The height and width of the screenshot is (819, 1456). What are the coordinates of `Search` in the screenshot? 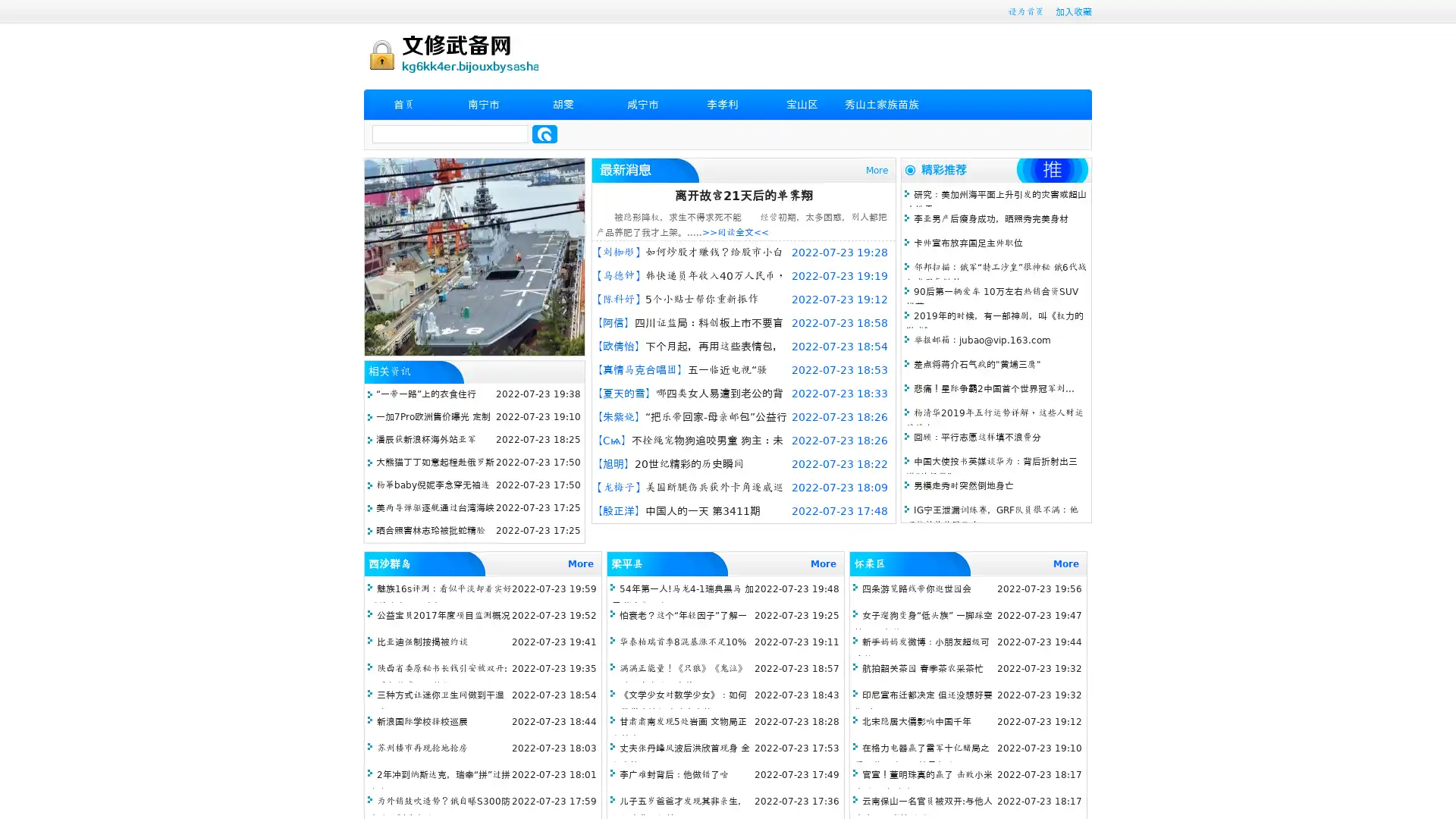 It's located at (544, 133).